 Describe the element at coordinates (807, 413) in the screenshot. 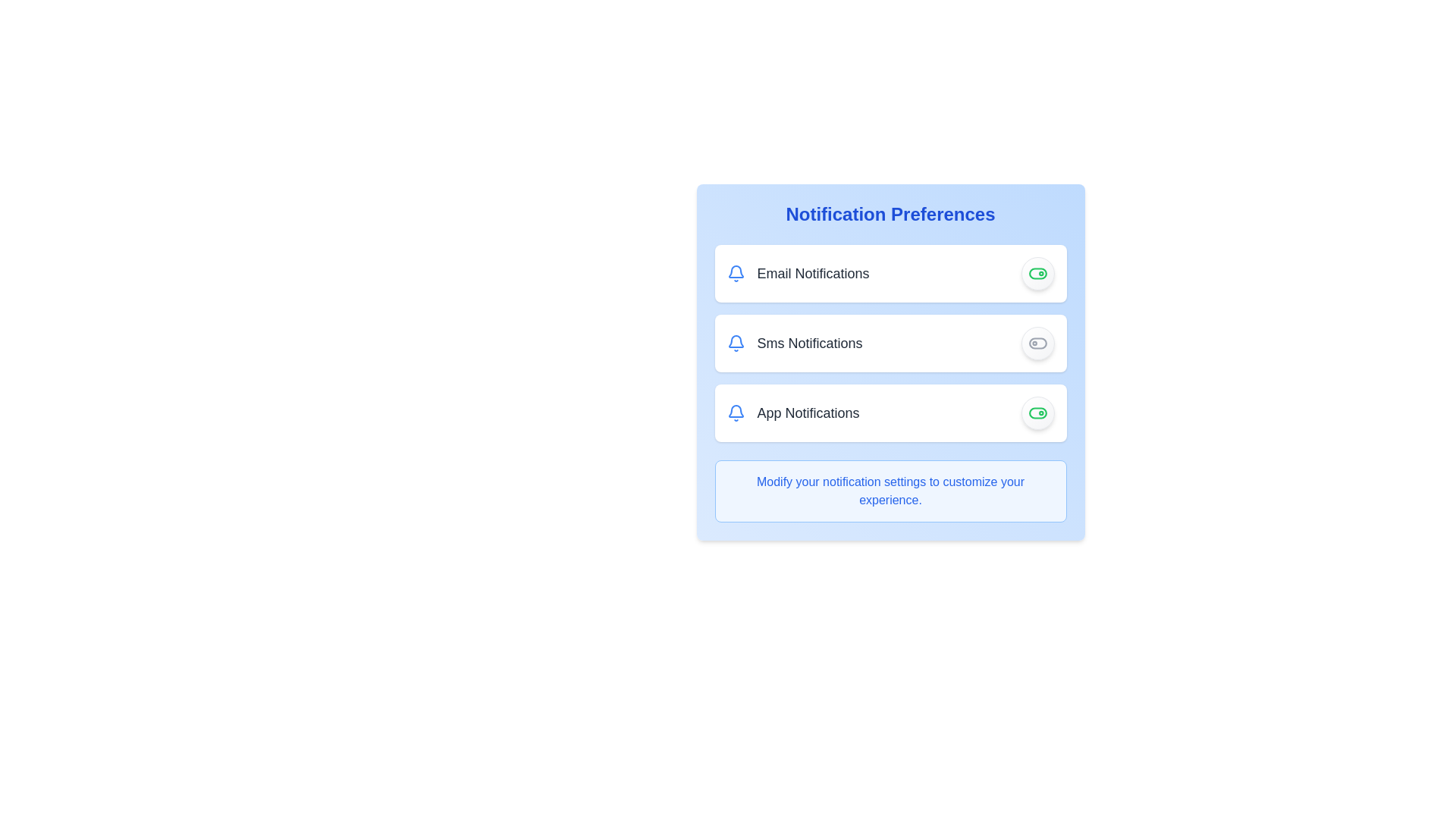

I see `the 'App Notifications' label, which is styled in larger, bold gray text and is the third label in the notification settings interface` at that location.